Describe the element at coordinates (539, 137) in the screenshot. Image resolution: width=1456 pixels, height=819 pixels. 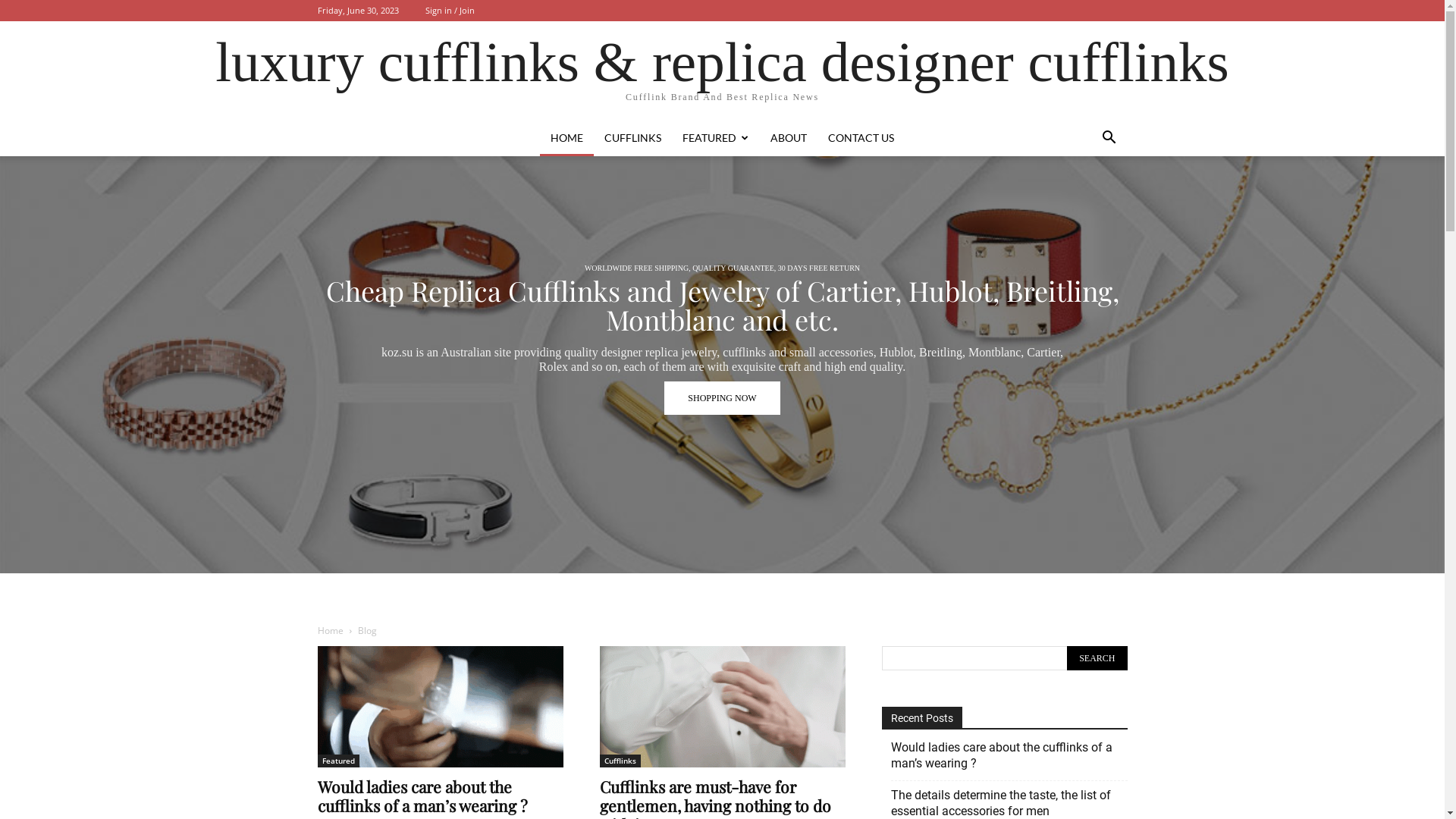
I see `'HOME'` at that location.